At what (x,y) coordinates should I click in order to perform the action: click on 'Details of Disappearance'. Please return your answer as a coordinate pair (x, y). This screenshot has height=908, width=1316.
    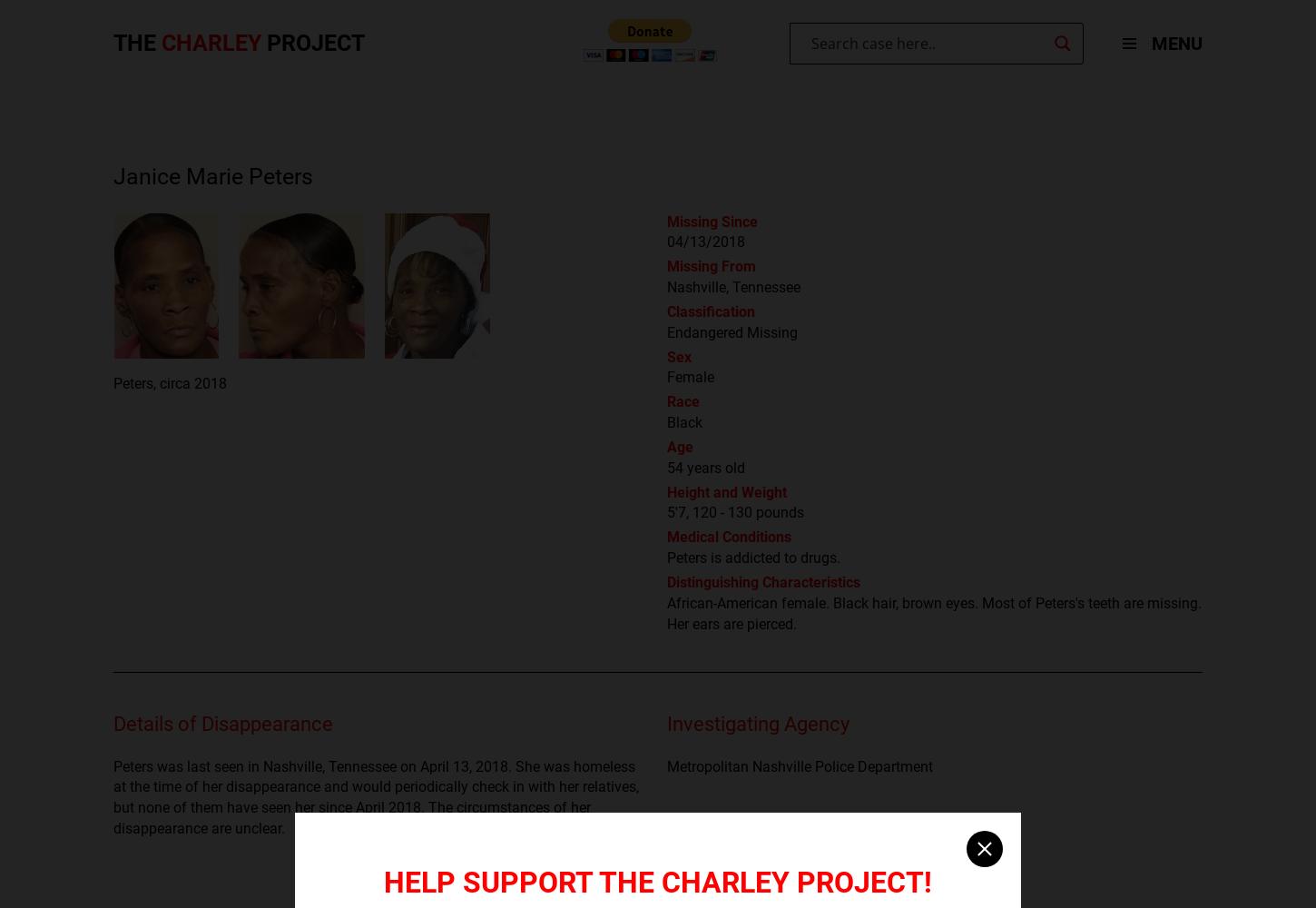
    Looking at the image, I should click on (223, 723).